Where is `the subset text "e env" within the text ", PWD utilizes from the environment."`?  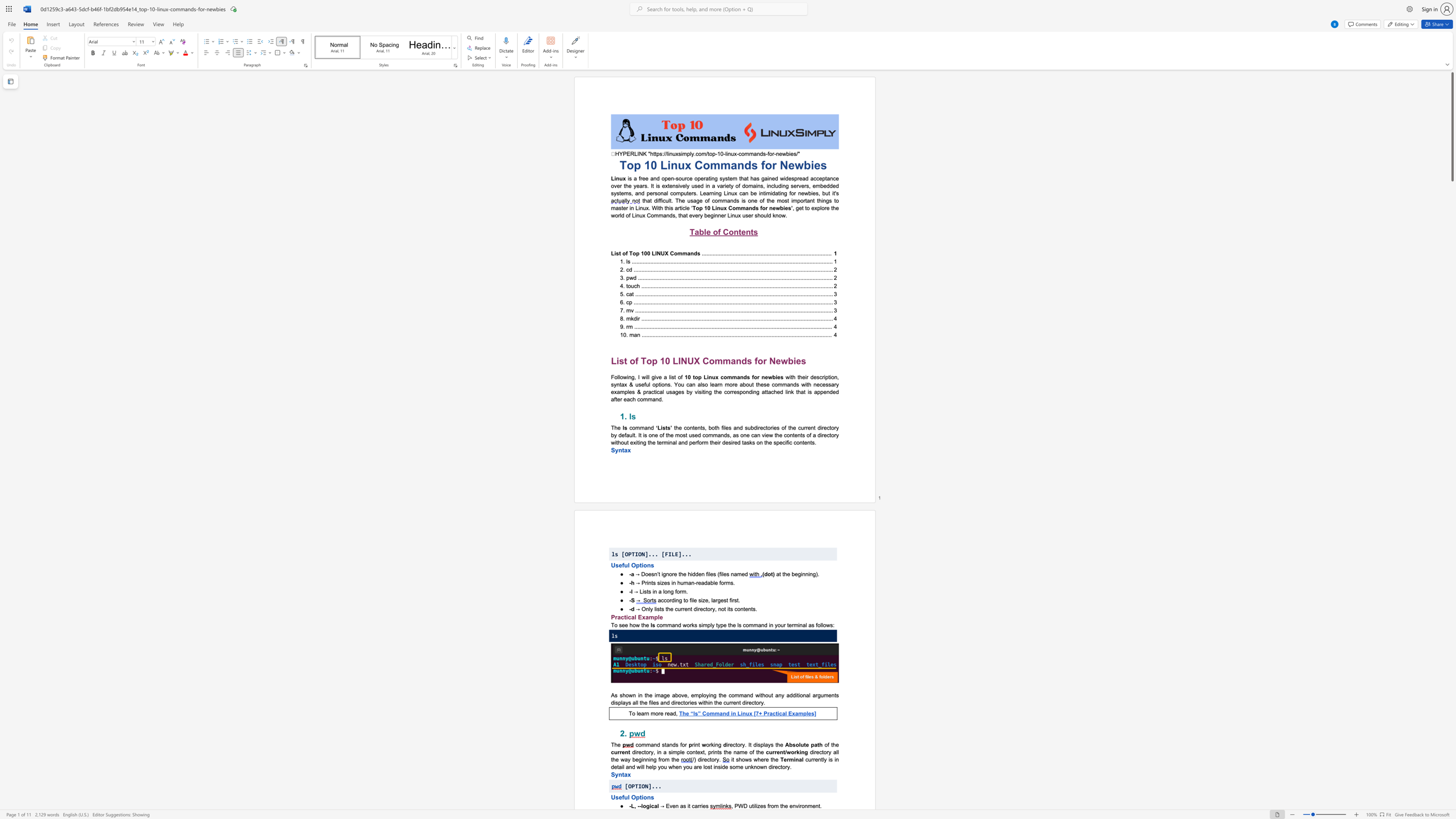 the subset text "e env" within the text ", PWD utilizes from the environment." is located at coordinates (785, 805).